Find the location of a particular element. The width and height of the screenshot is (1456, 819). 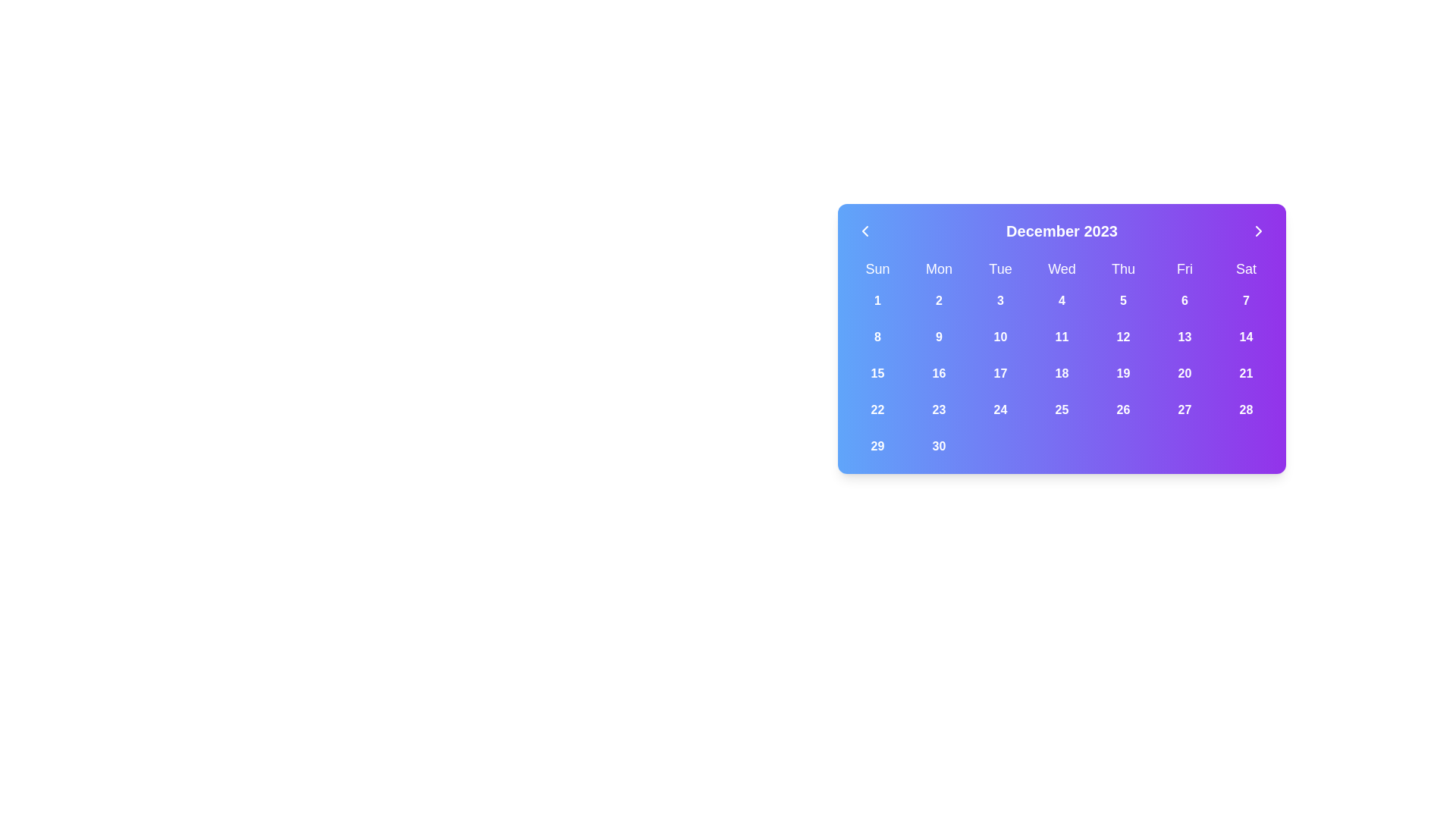

the text 'Fri' in the calendar component, which is styled with a large bold font and located in the sixth column of the weekday headers is located at coordinates (1184, 268).